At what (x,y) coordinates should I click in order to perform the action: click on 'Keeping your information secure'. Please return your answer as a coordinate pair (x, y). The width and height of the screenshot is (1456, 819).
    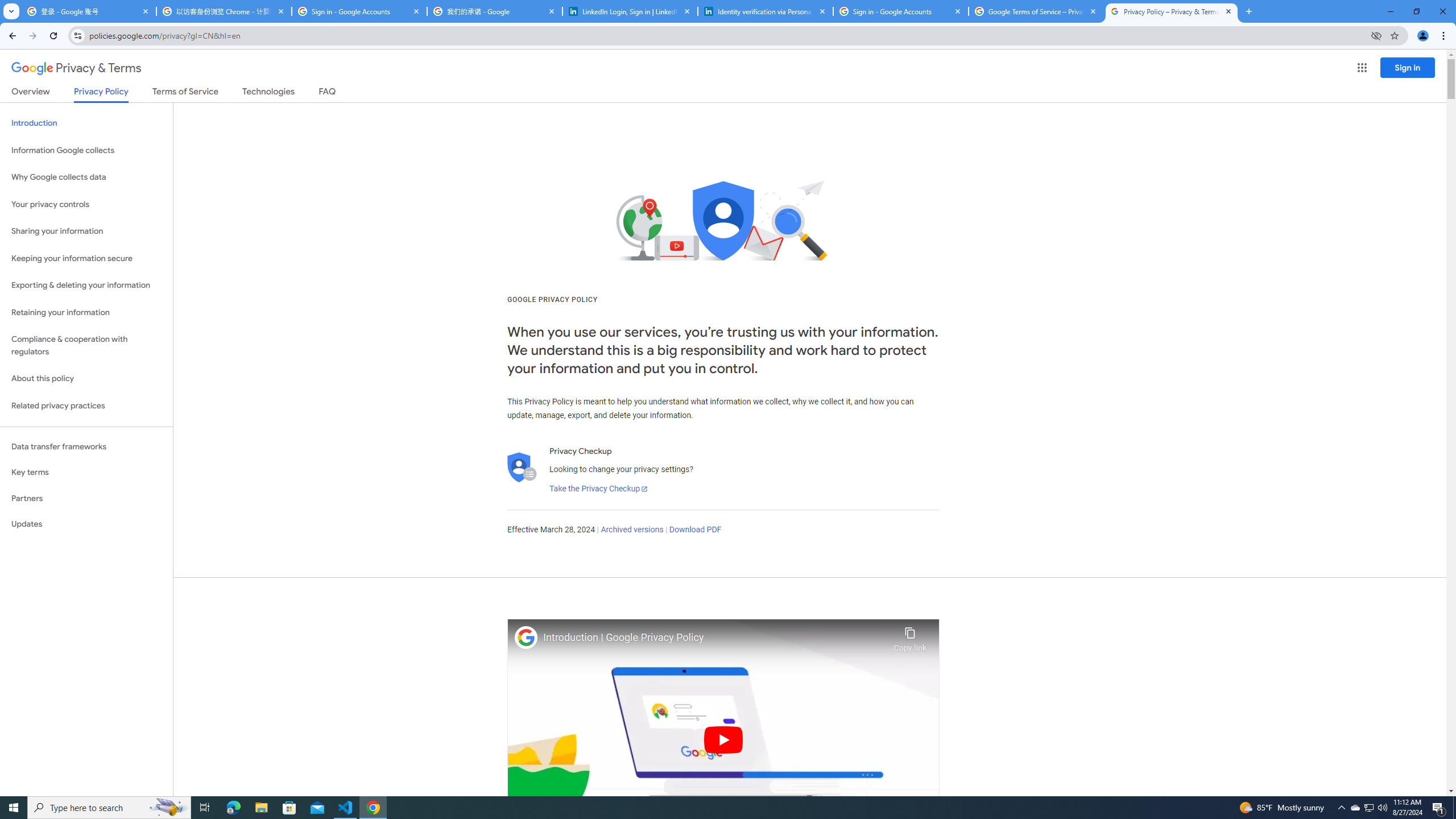
    Looking at the image, I should click on (86, 259).